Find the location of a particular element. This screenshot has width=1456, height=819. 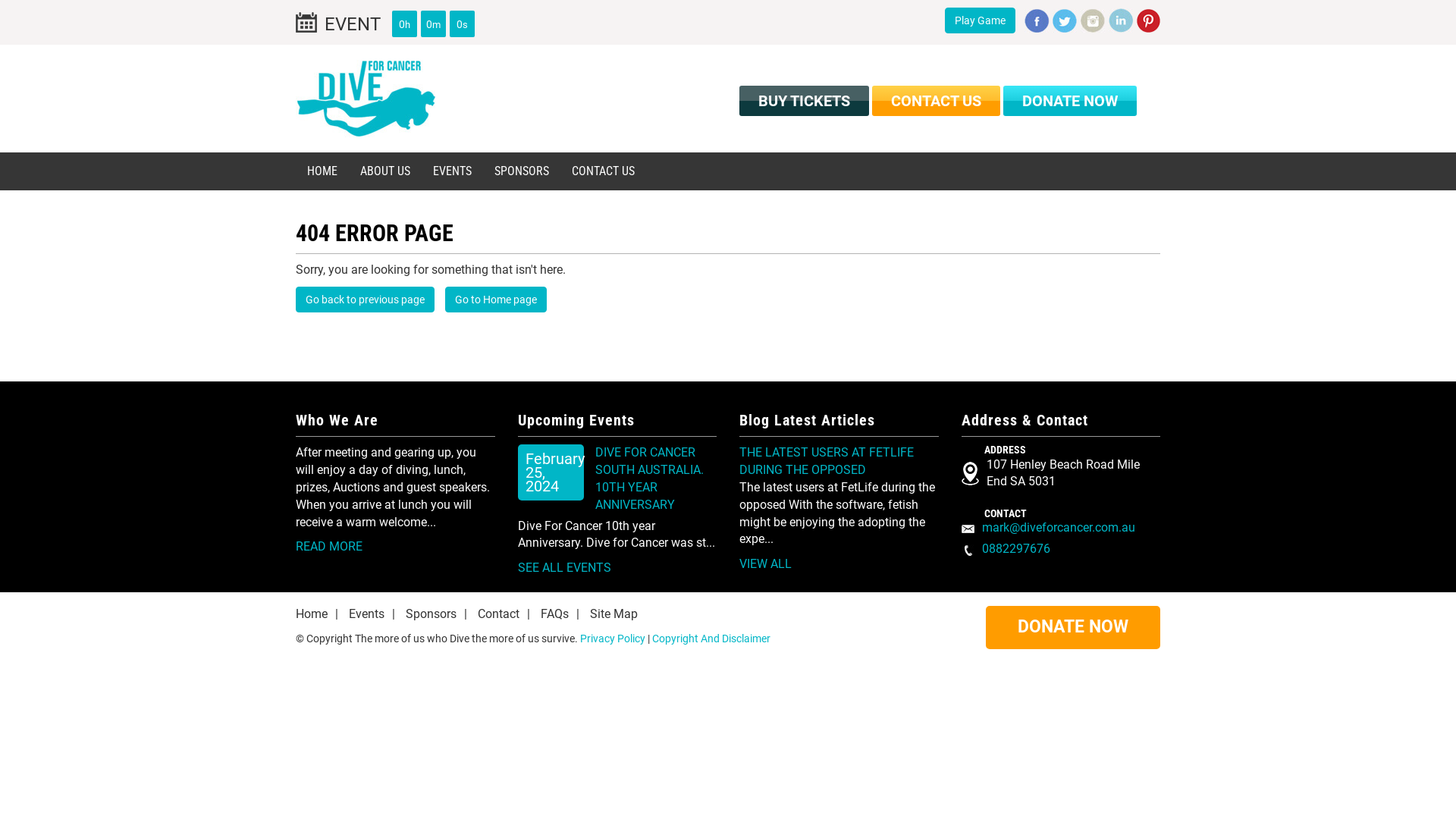

'VIEW ALL' is located at coordinates (739, 563).